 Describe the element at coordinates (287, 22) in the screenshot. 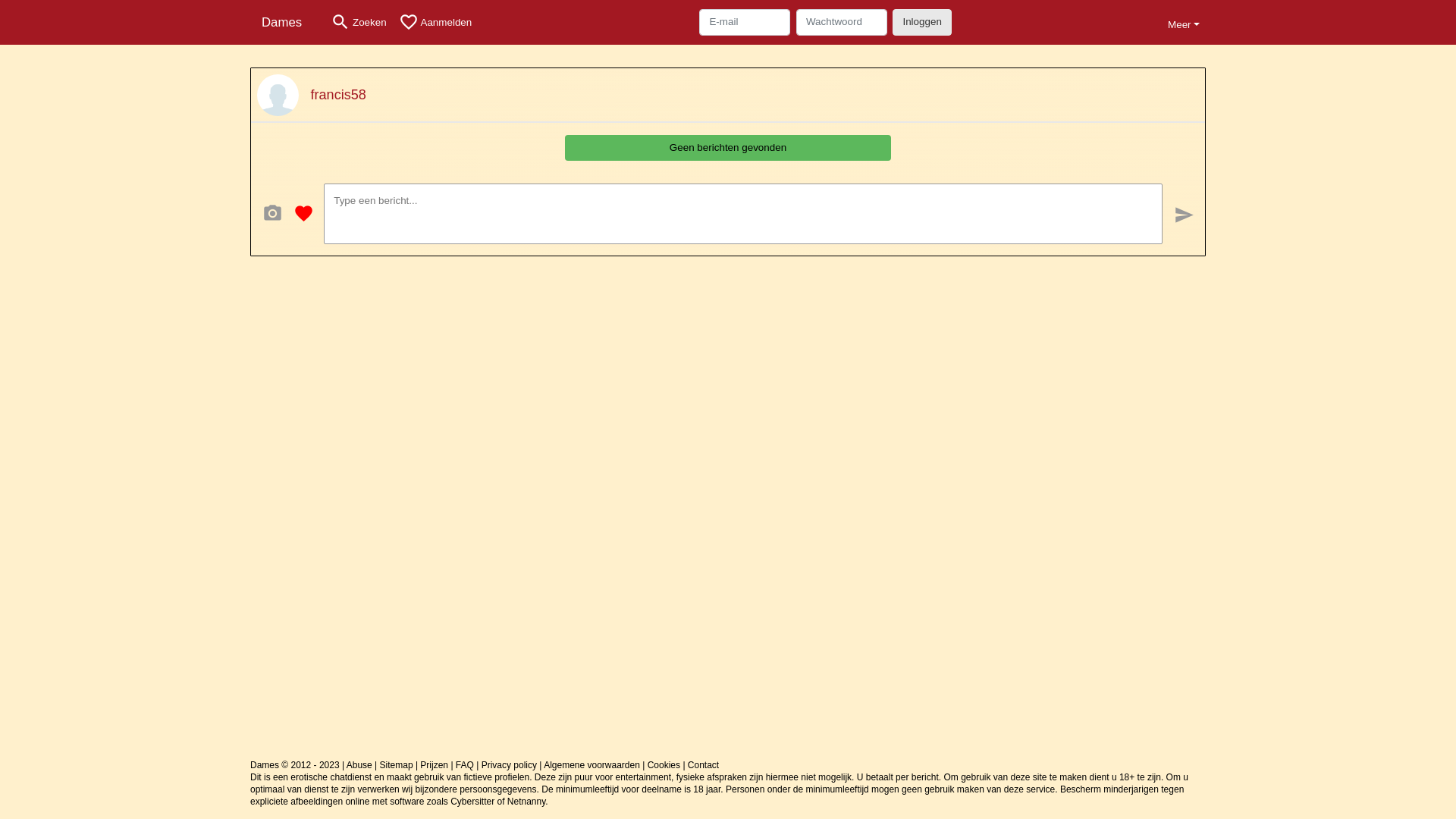

I see `'Dames'` at that location.